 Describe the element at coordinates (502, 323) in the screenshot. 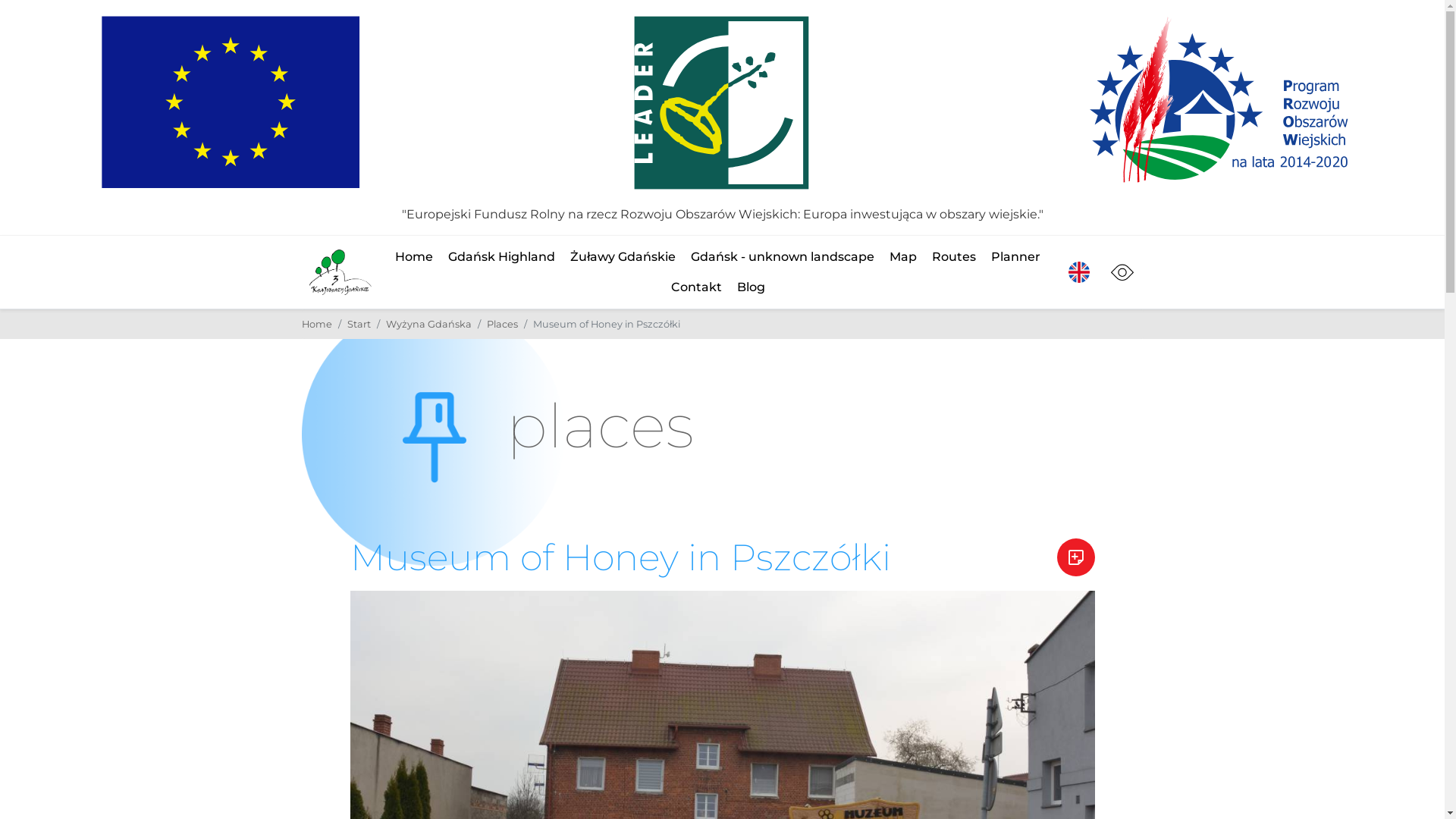

I see `'Places'` at that location.